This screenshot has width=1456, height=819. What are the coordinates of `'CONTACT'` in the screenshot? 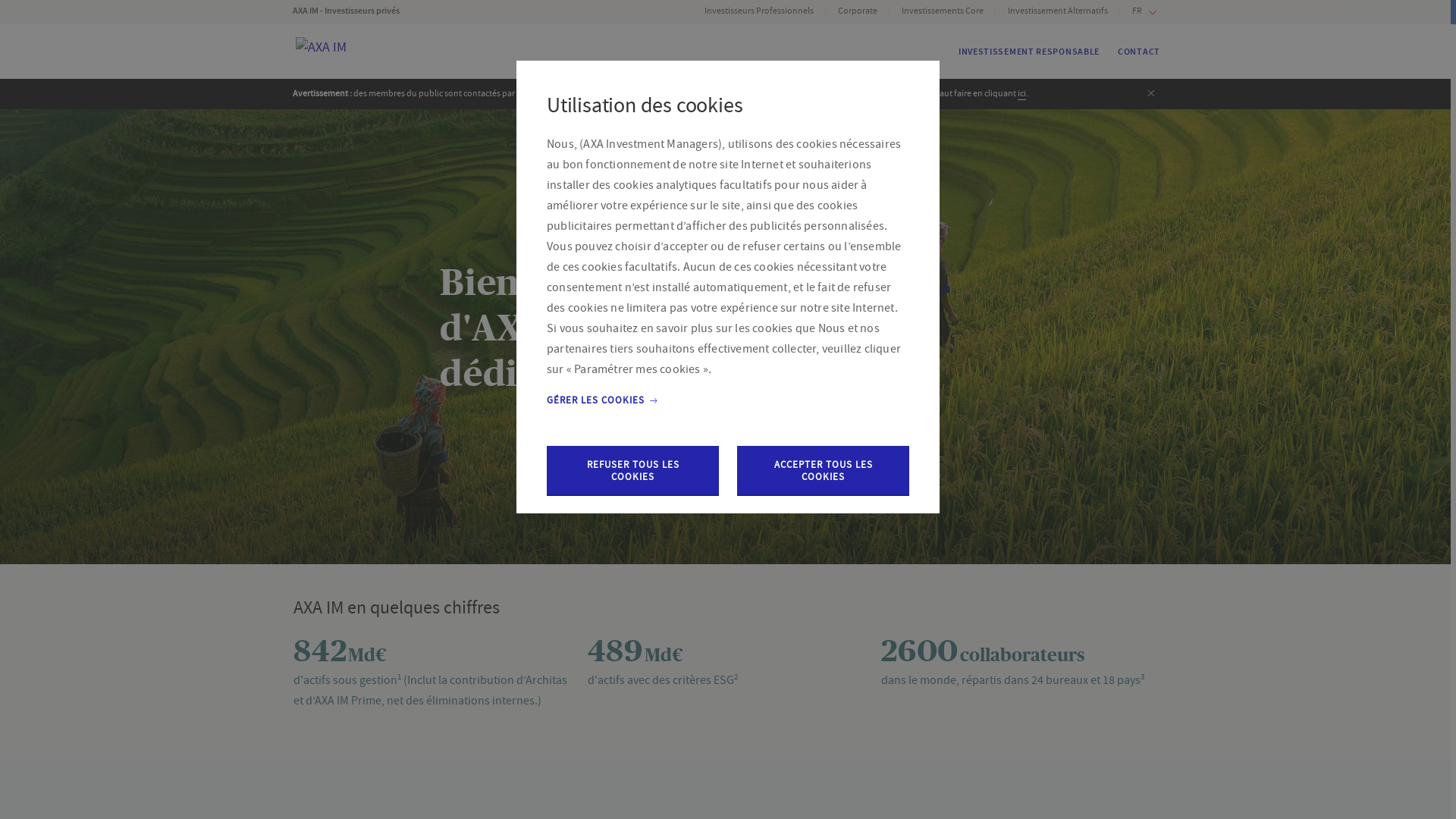 It's located at (1139, 51).